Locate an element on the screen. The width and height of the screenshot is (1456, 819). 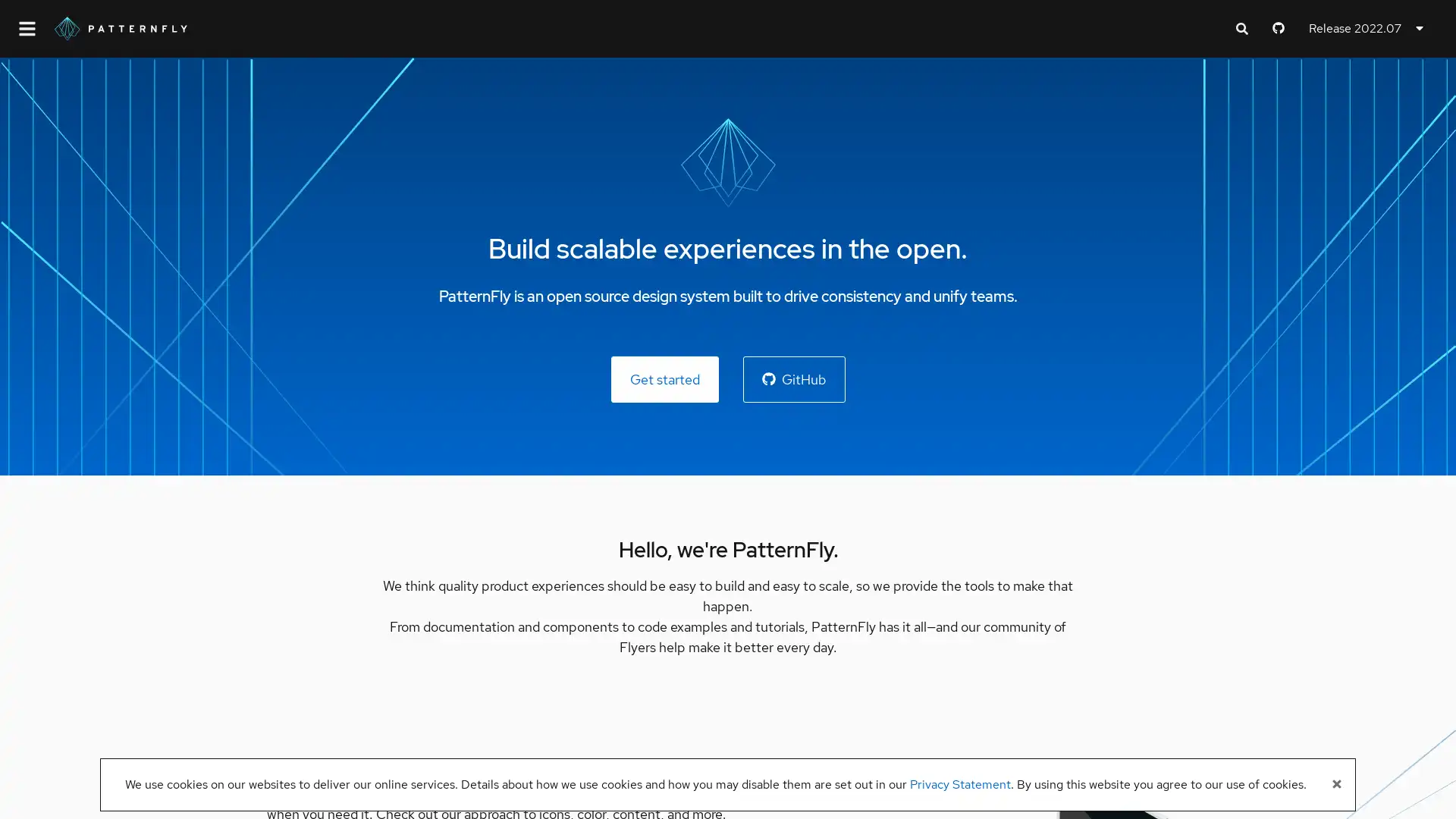
Close banner is located at coordinates (1336, 784).